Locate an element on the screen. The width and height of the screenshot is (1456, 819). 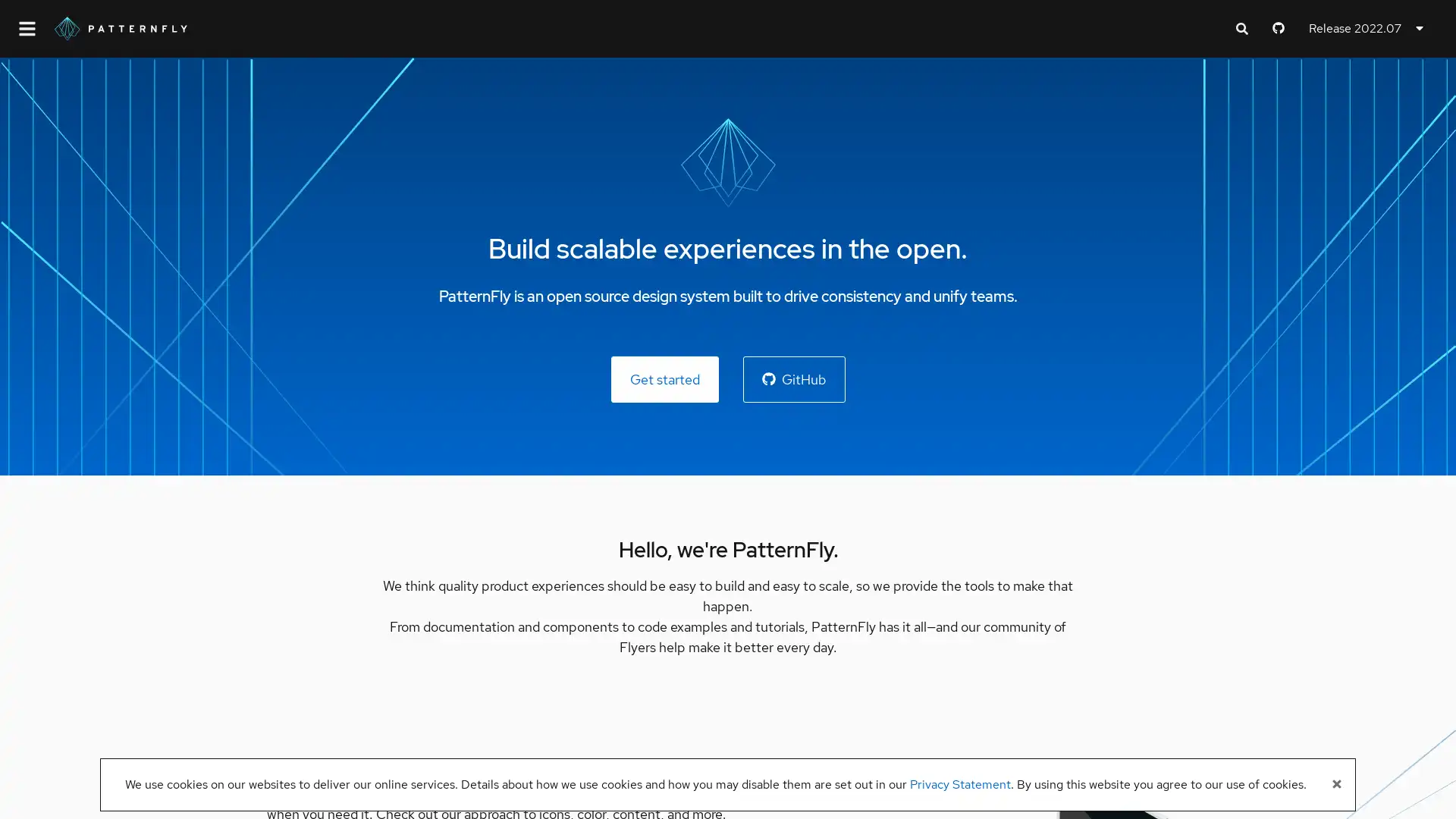
Close banner is located at coordinates (1336, 784).